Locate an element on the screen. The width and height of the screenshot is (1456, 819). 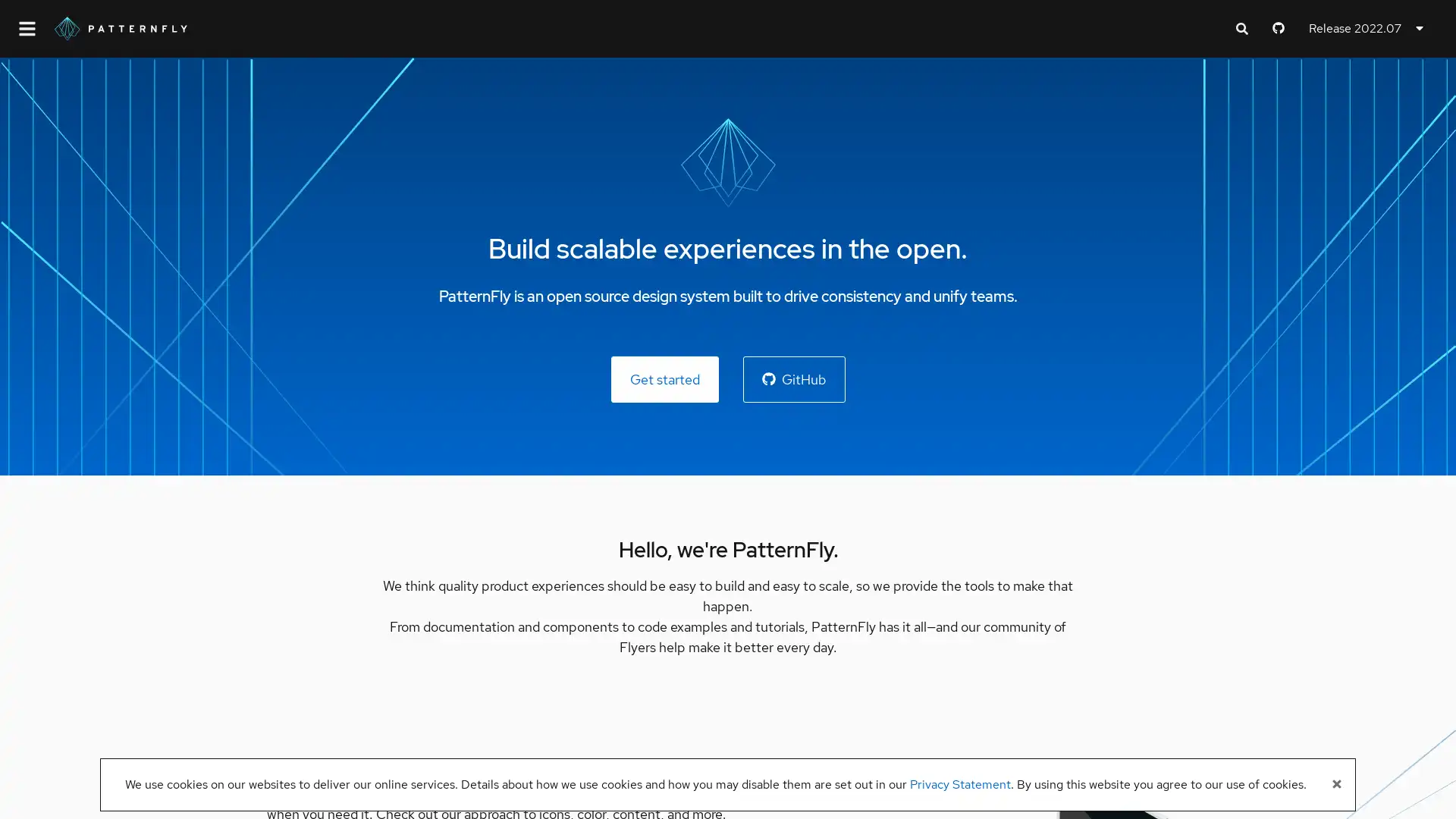
Close banner is located at coordinates (1336, 784).